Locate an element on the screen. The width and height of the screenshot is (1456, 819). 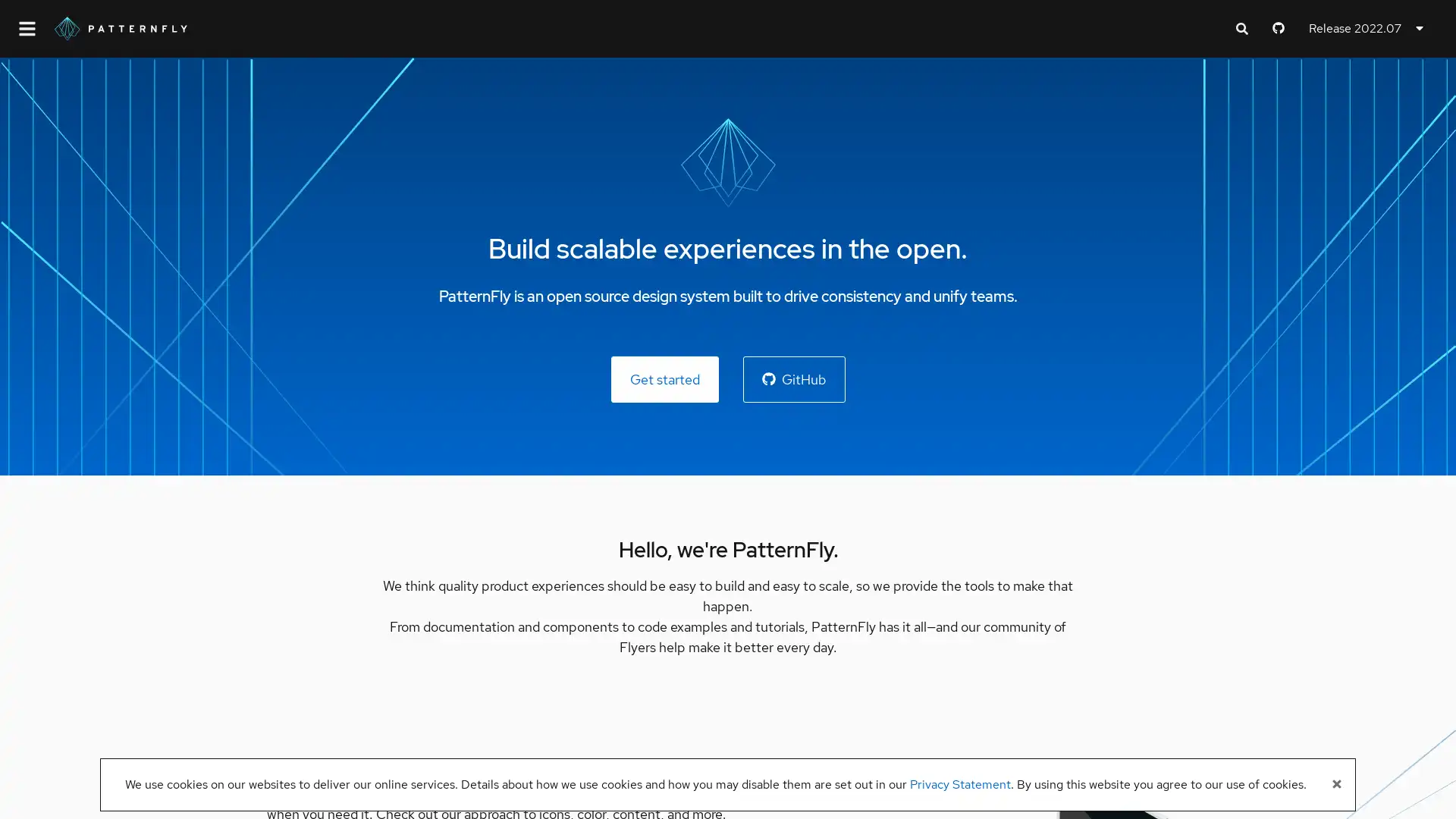
Close banner is located at coordinates (1336, 784).